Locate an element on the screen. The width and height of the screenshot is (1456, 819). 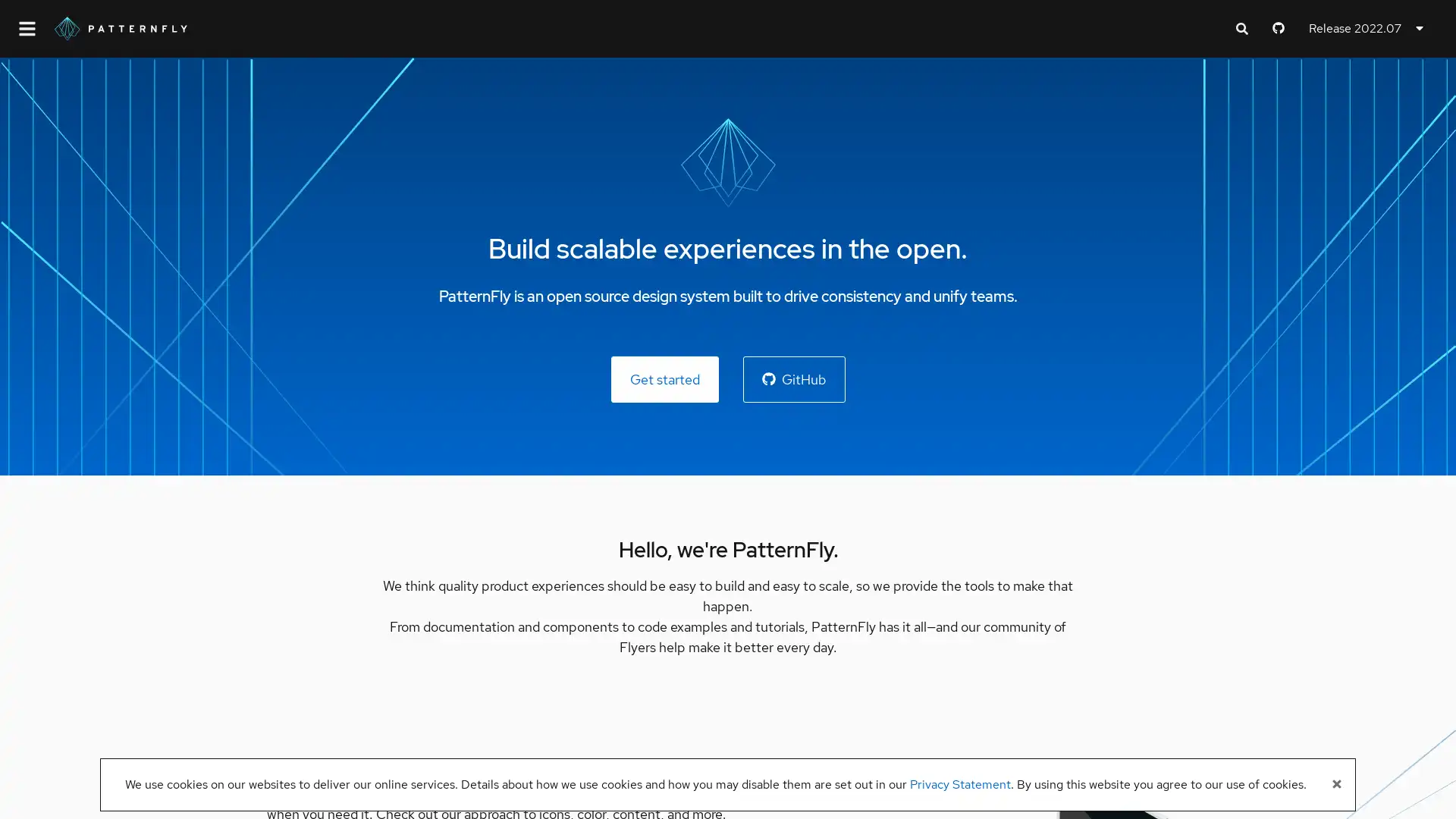
Close banner is located at coordinates (1336, 784).